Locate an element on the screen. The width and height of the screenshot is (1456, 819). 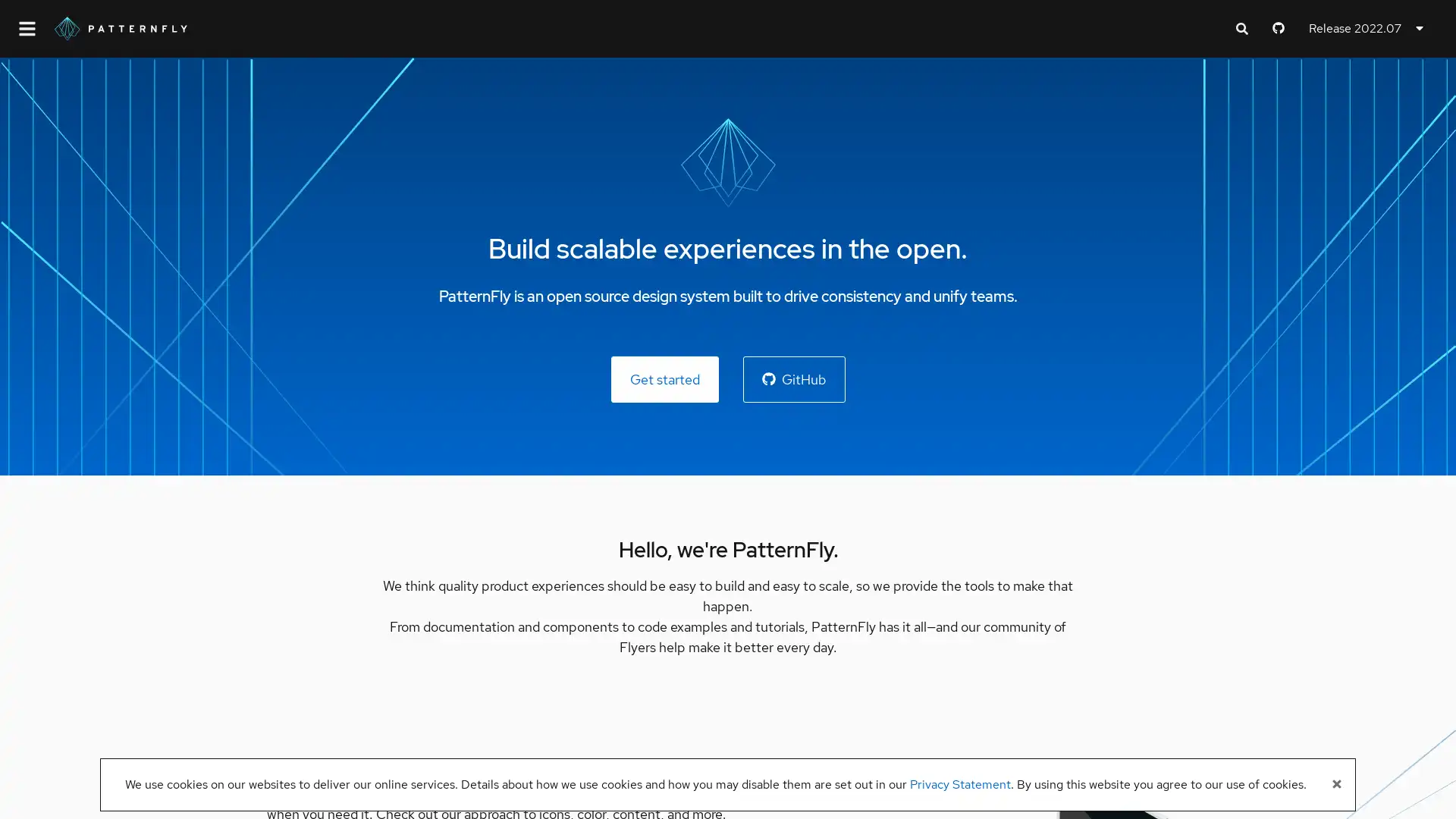
Close banner is located at coordinates (1336, 784).